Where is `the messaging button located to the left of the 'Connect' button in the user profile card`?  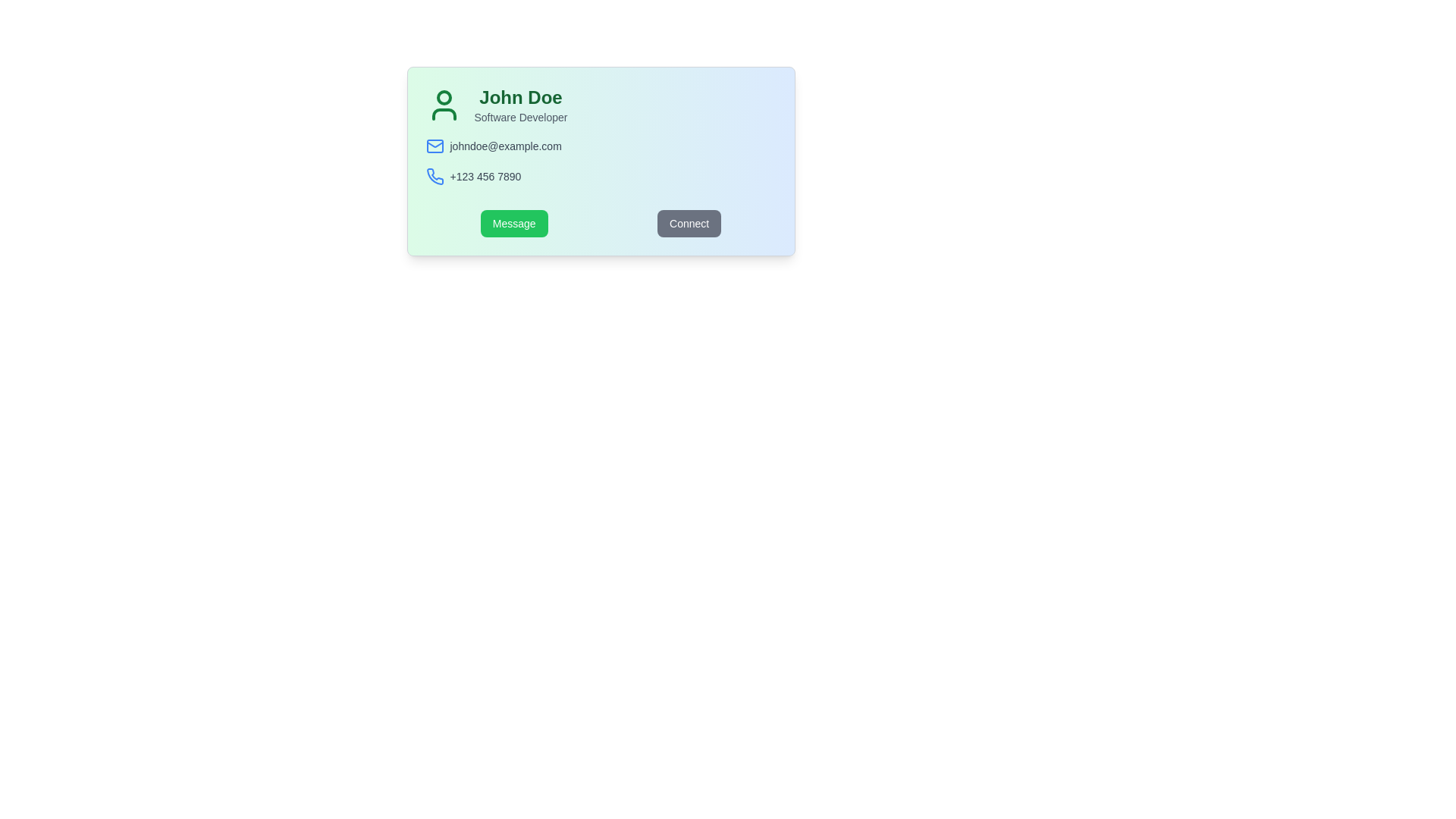 the messaging button located to the left of the 'Connect' button in the user profile card is located at coordinates (514, 223).